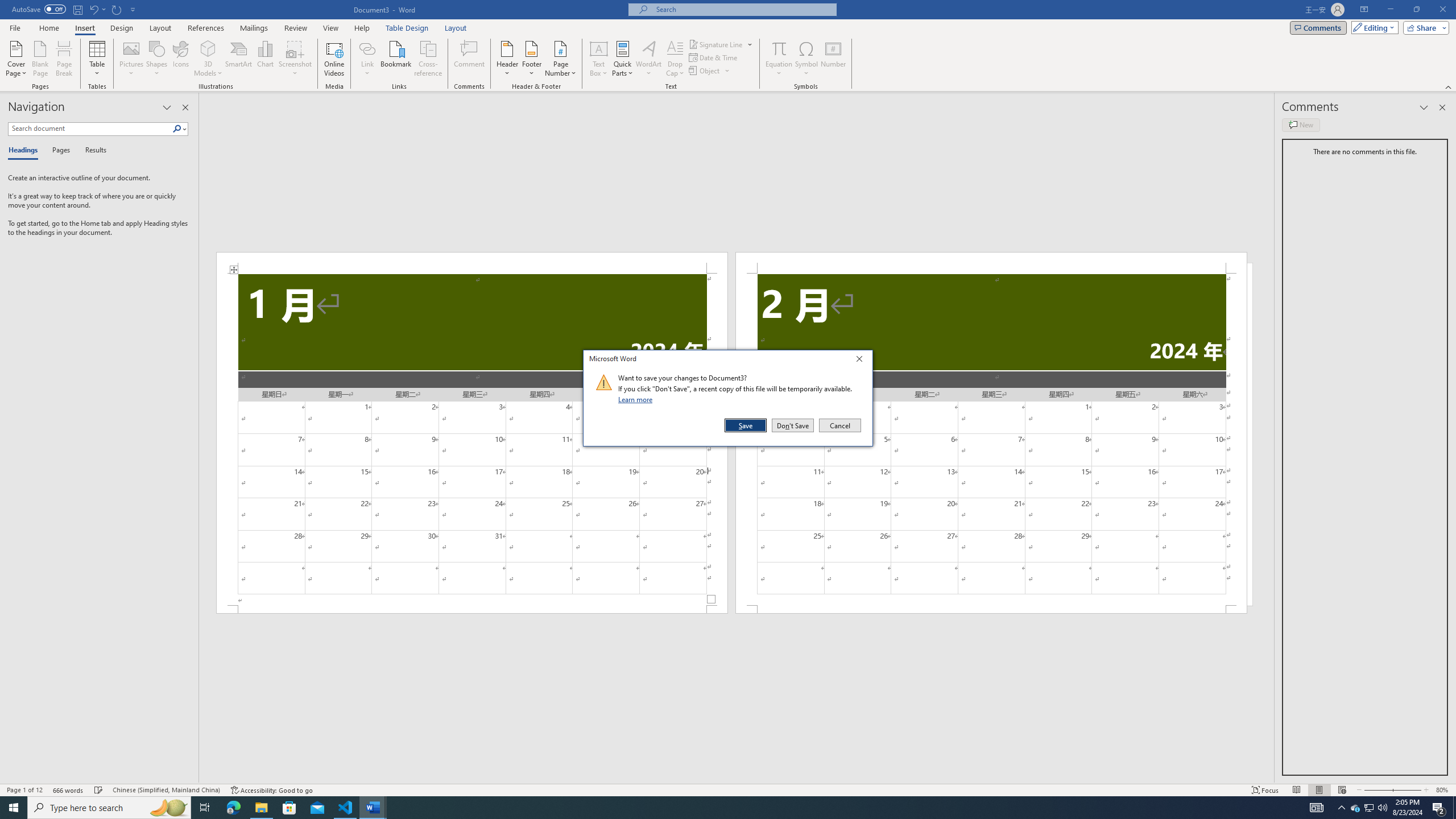 The height and width of the screenshot is (819, 1456). Describe the element at coordinates (165, 790) in the screenshot. I see `'Language Chinese (Simplified, Mainland China)'` at that location.